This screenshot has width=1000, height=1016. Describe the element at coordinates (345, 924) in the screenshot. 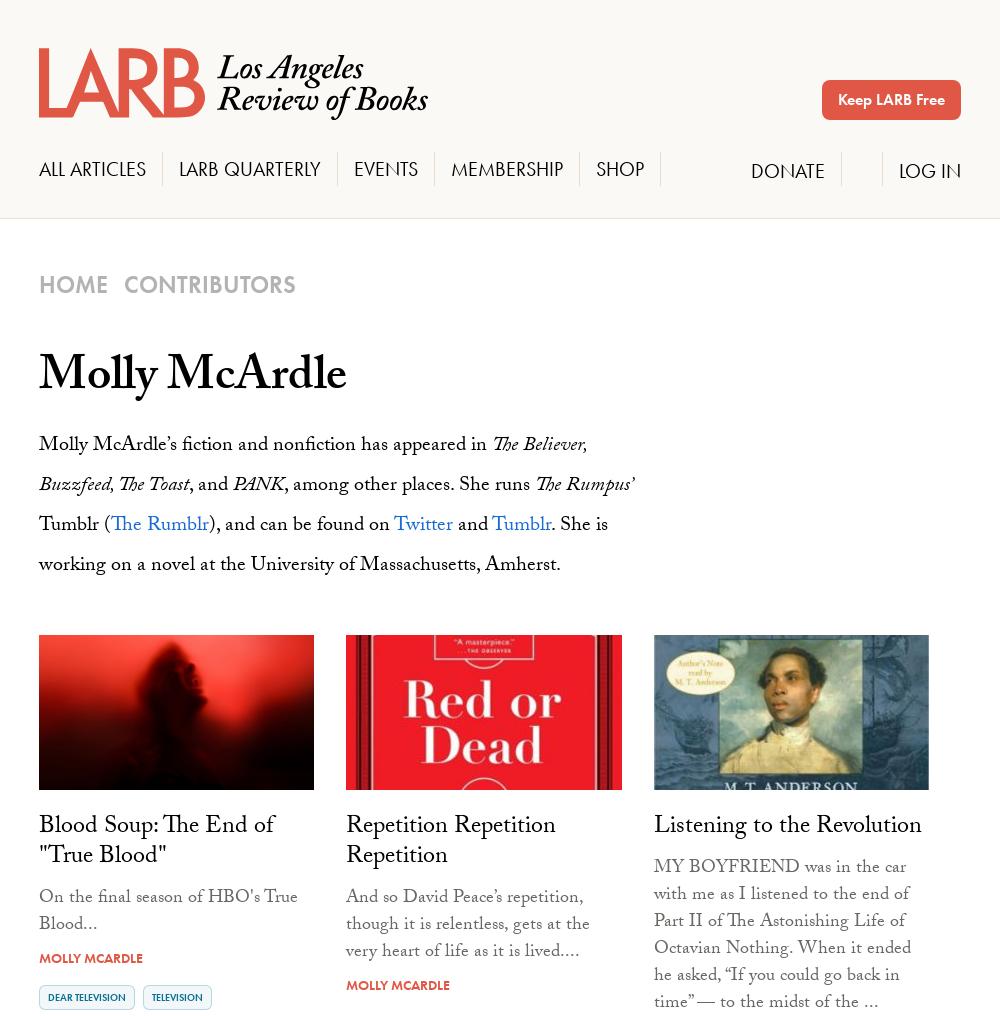

I see `'And so David Peace’s repetition, though it is relentless, gets at the very heart of life as it is lived....'` at that location.